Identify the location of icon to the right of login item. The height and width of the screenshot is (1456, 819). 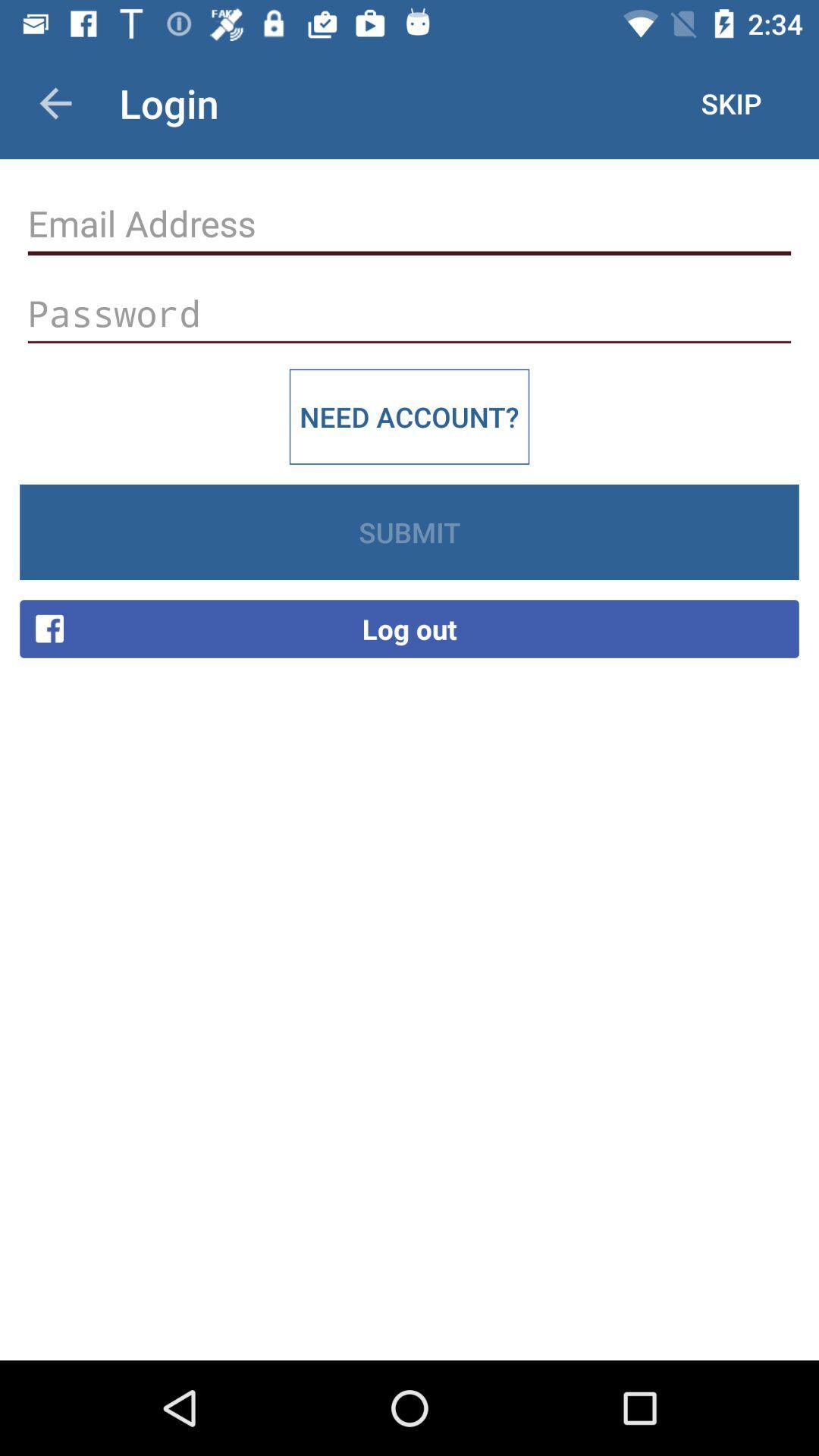
(730, 102).